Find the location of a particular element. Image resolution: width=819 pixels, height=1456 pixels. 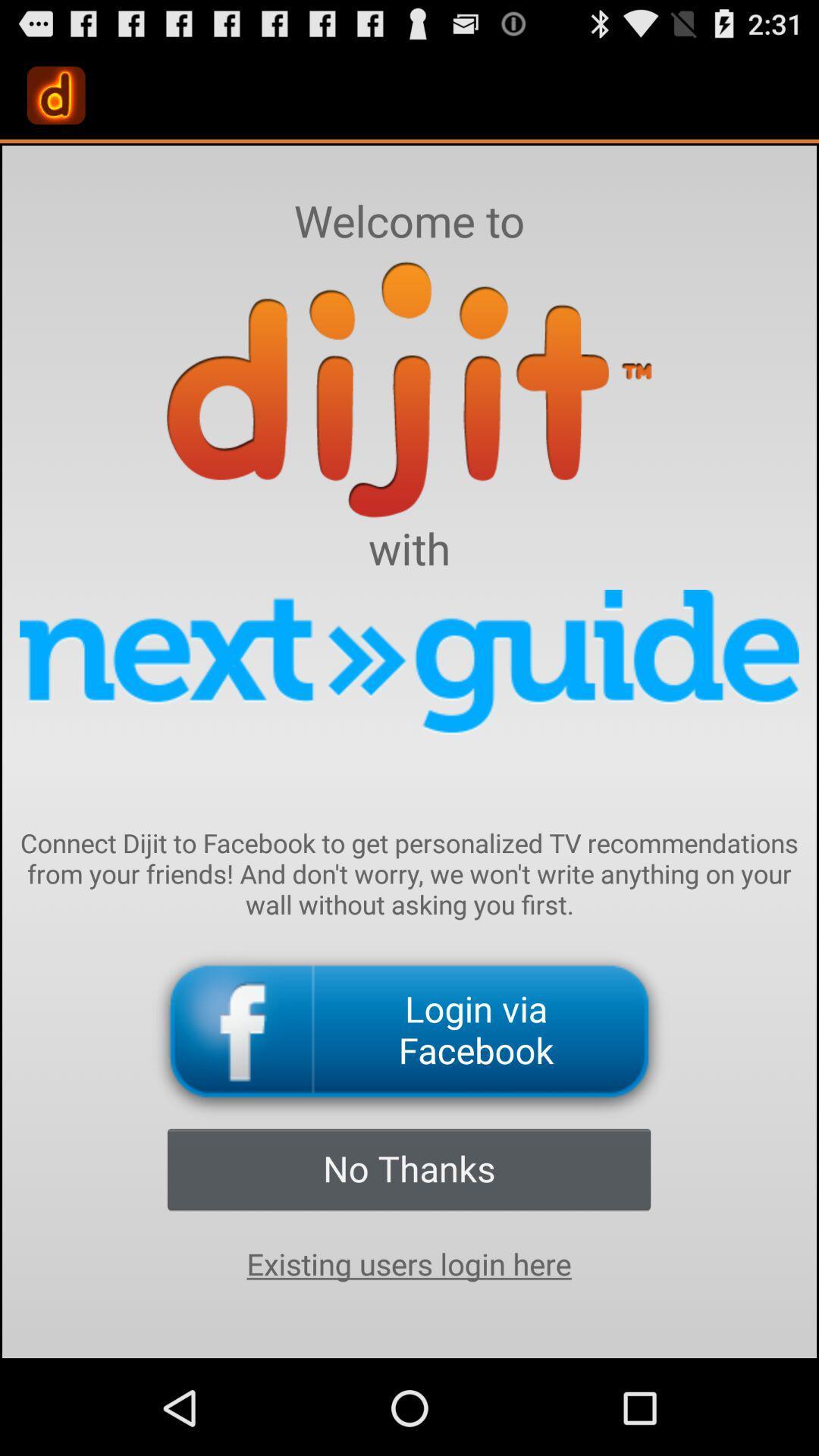

existing users login is located at coordinates (408, 1264).